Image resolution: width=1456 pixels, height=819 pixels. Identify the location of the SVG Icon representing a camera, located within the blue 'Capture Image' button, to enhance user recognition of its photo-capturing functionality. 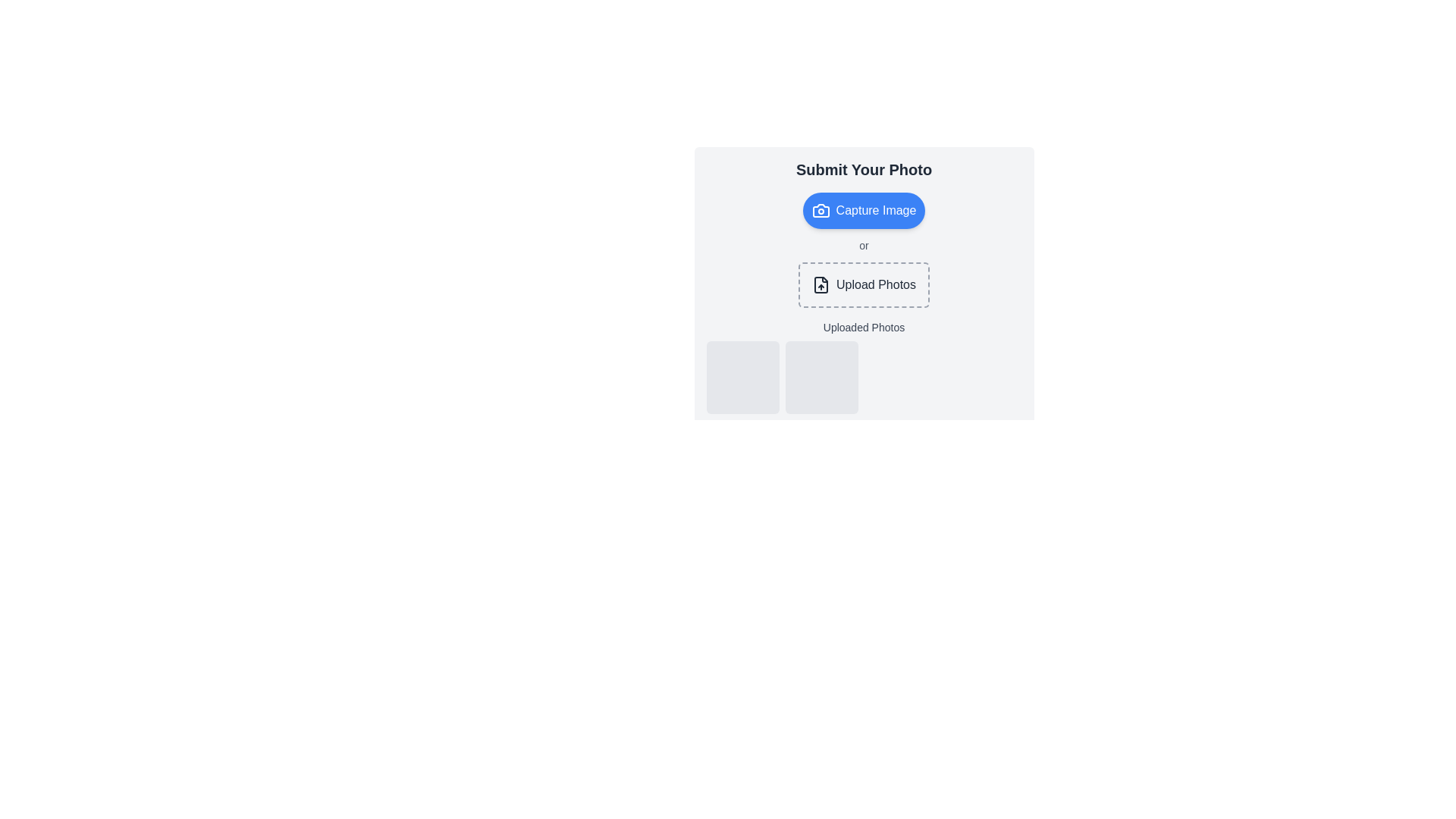
(820, 210).